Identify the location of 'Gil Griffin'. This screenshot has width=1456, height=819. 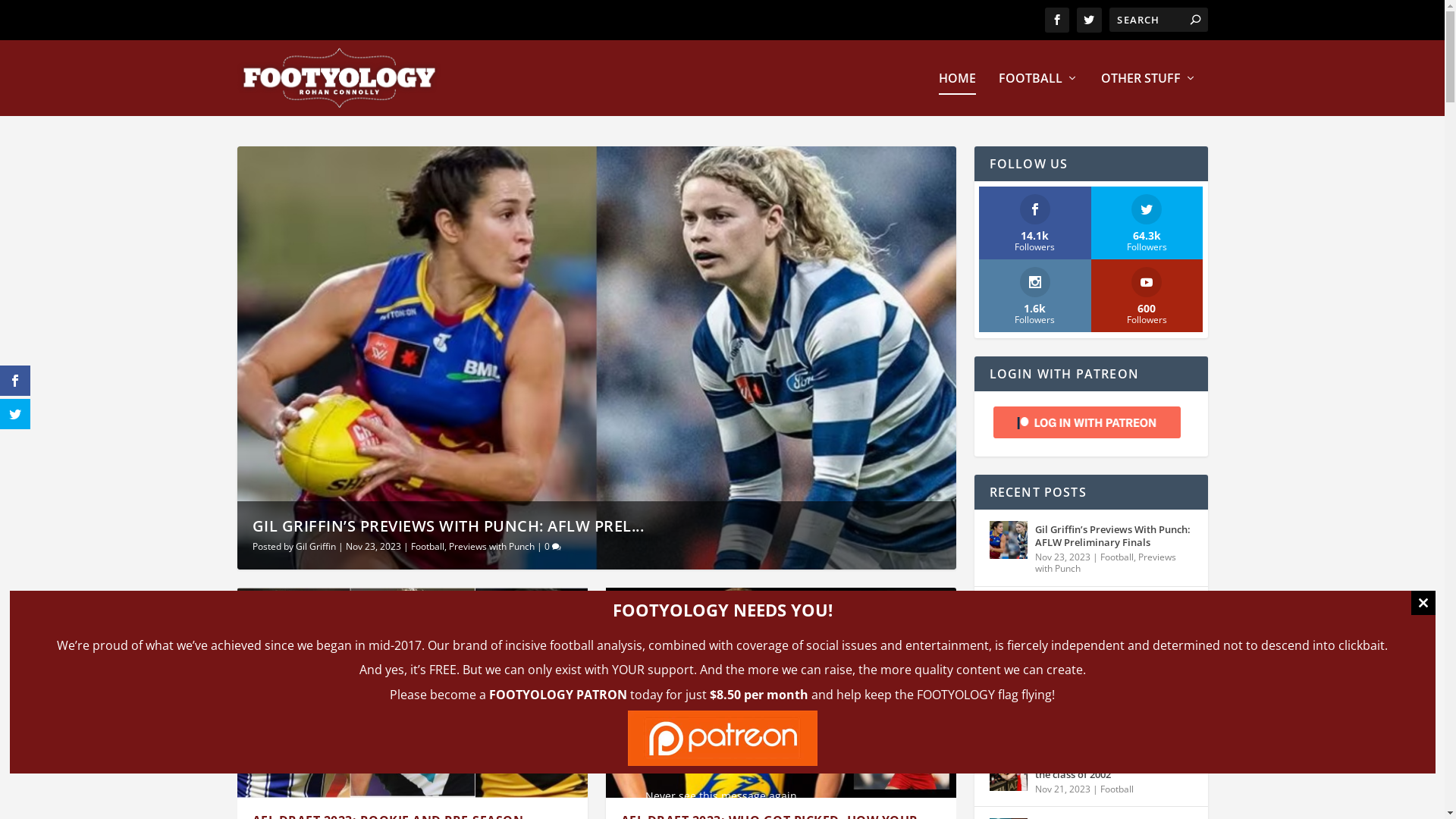
(315, 546).